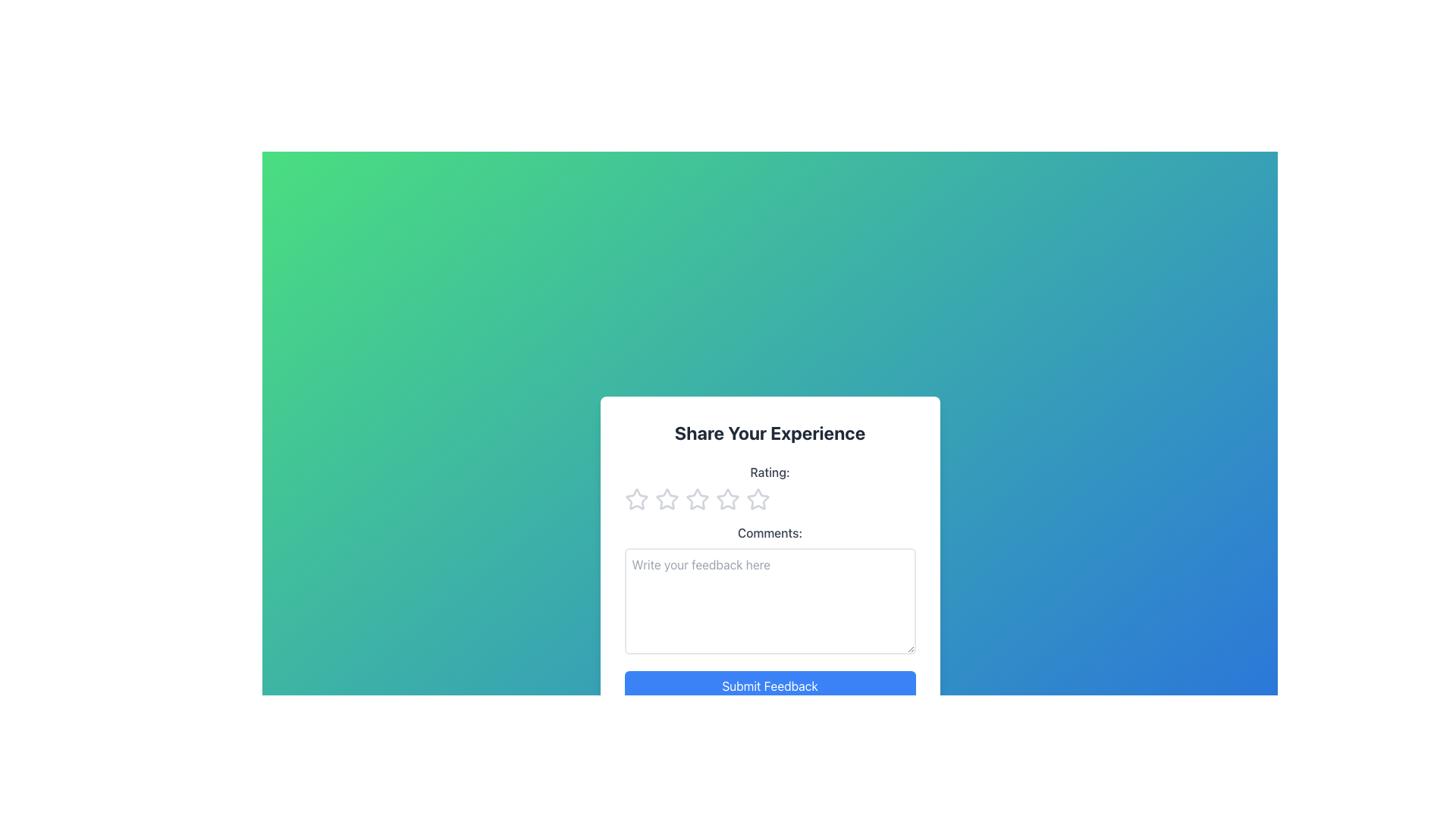  What do you see at coordinates (758, 499) in the screenshot?
I see `the fourth star icon in the star rating component` at bounding box center [758, 499].